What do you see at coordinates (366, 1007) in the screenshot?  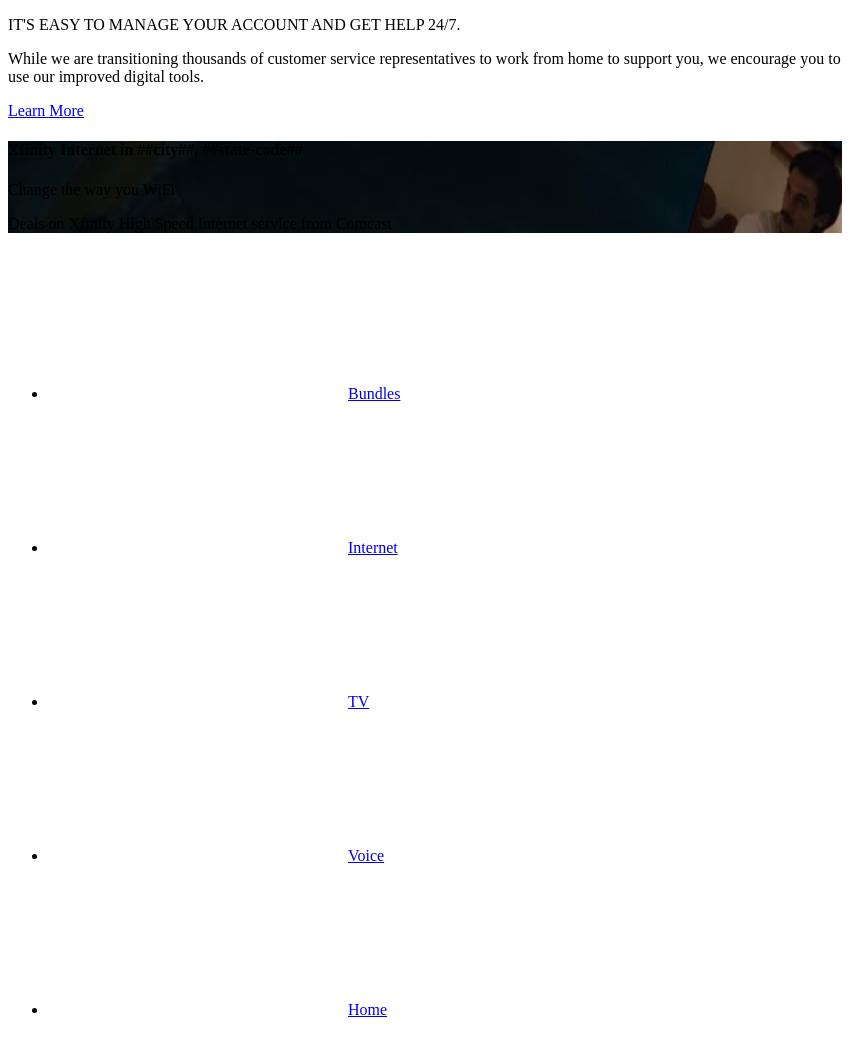 I see `'Home'` at bounding box center [366, 1007].